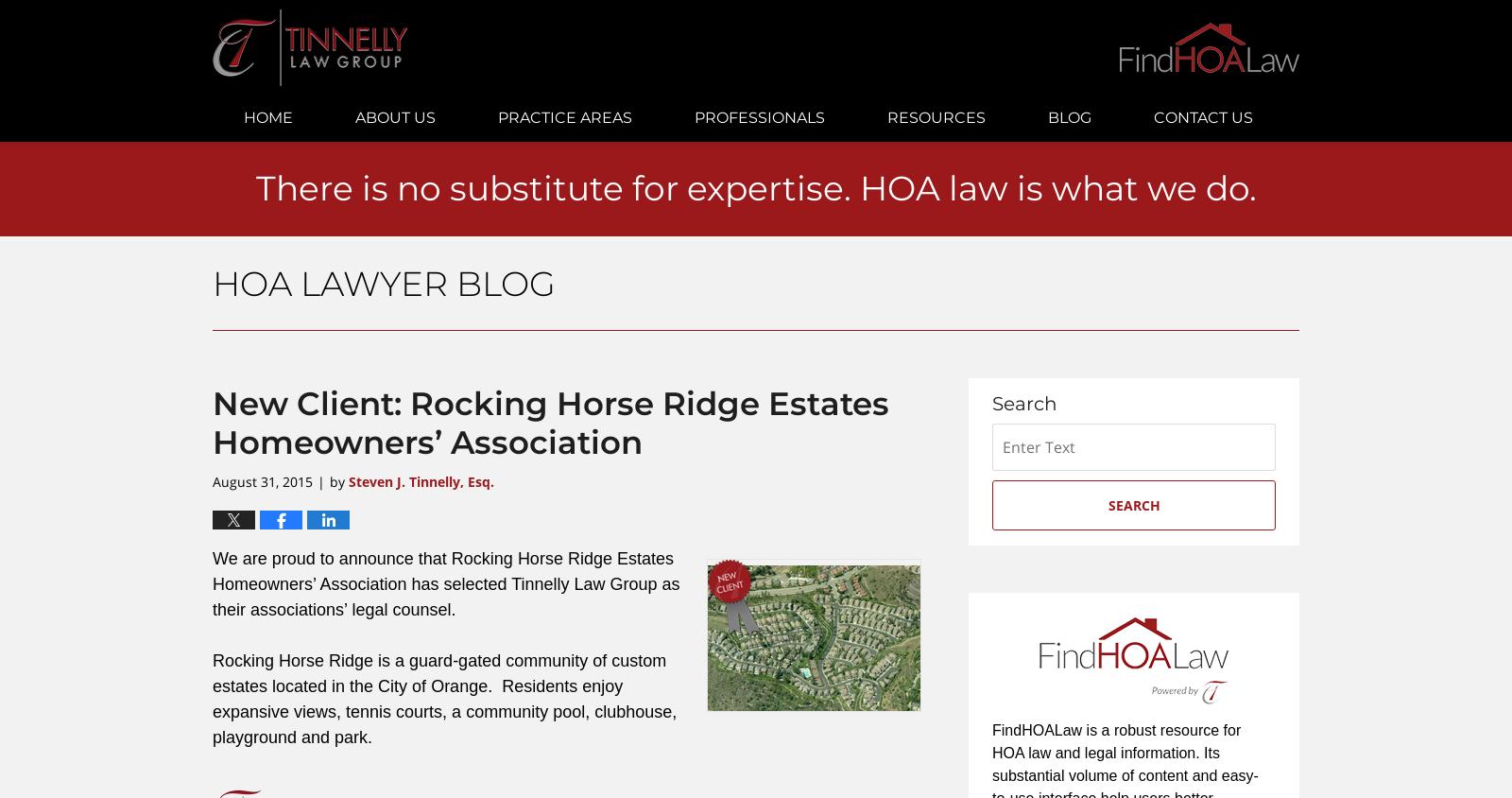  Describe the element at coordinates (445, 583) in the screenshot. I see `'We are proud to announce that Rocking Horse Ridge Estates Homeowners’ Association has selected Tinnelly Law Group as their associations’ legal counsel.'` at that location.